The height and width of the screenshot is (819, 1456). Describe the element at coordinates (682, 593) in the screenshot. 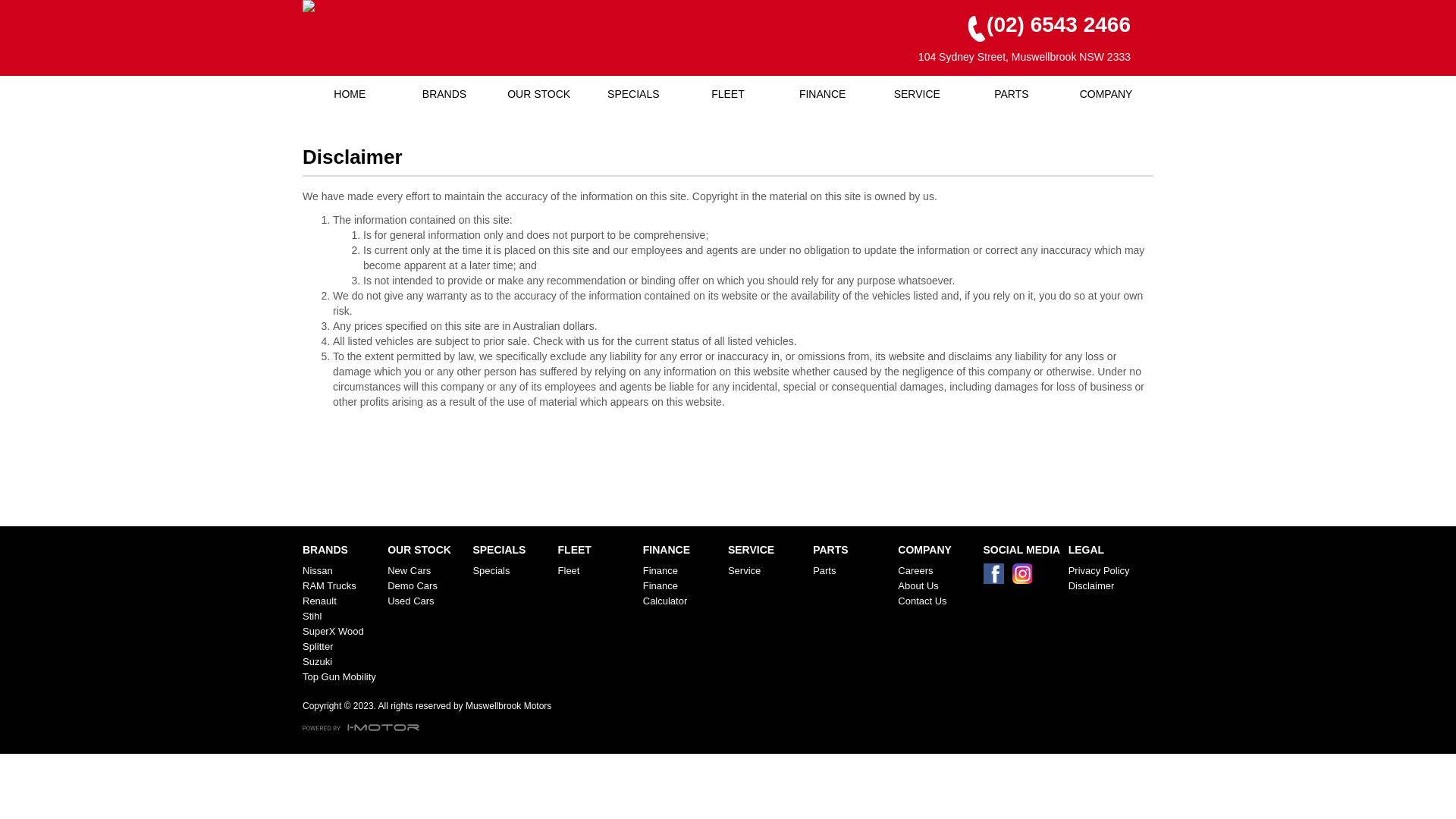

I see `'Finance Calculator'` at that location.